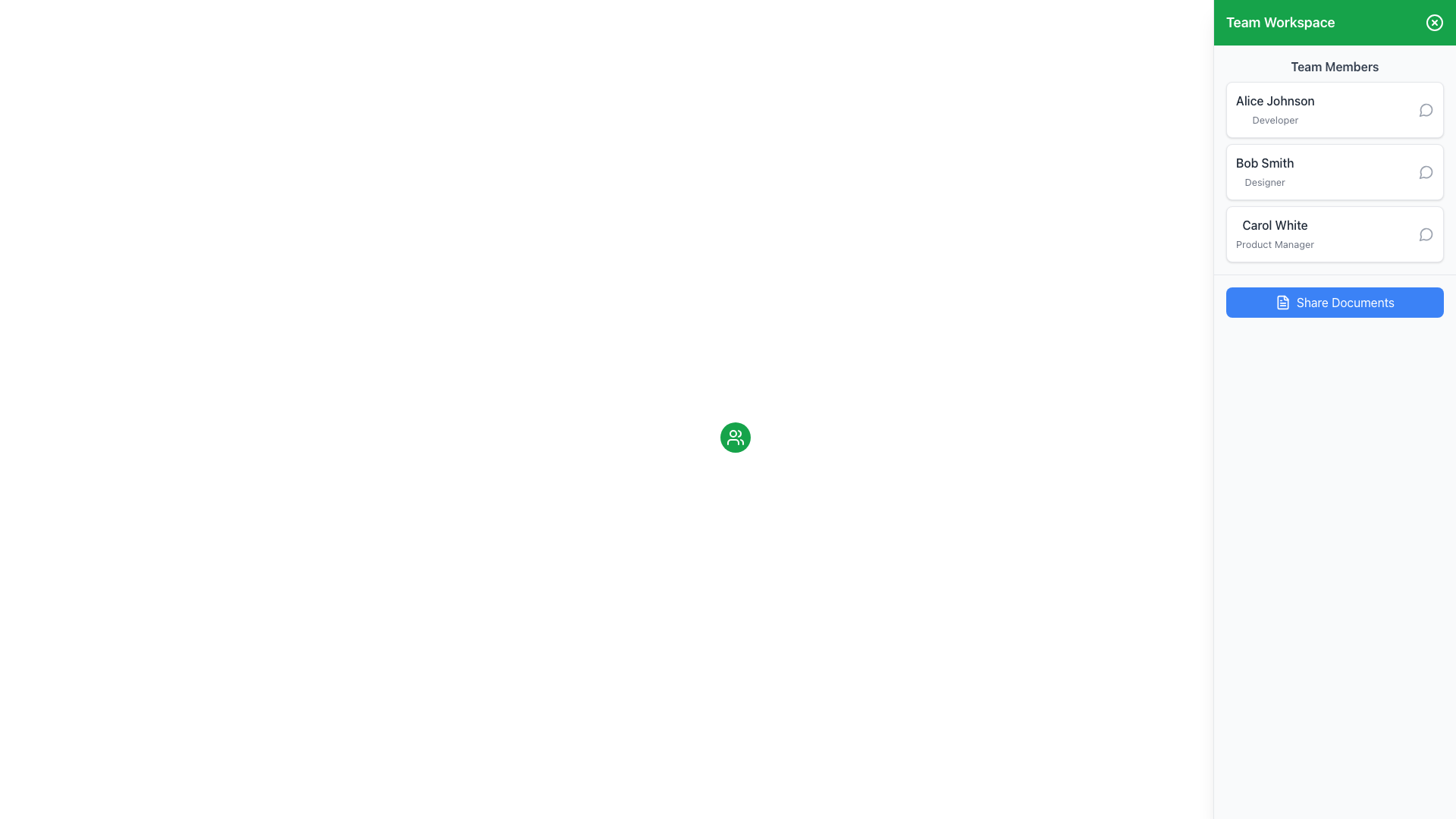  Describe the element at coordinates (1265, 181) in the screenshot. I see `the text label displaying the role of team member 'Bob Smith' located in the right panel under 'Team Workspace'` at that location.